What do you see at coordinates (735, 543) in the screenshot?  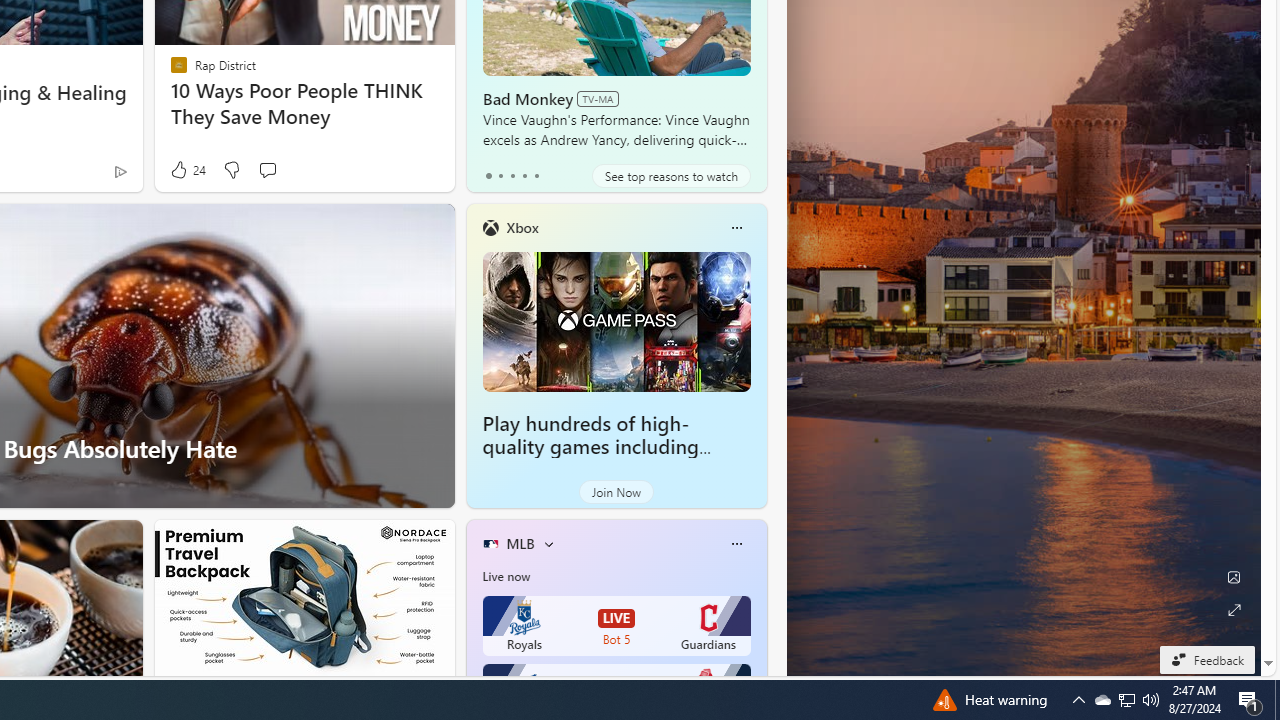 I see `'Class: icon-img'` at bounding box center [735, 543].